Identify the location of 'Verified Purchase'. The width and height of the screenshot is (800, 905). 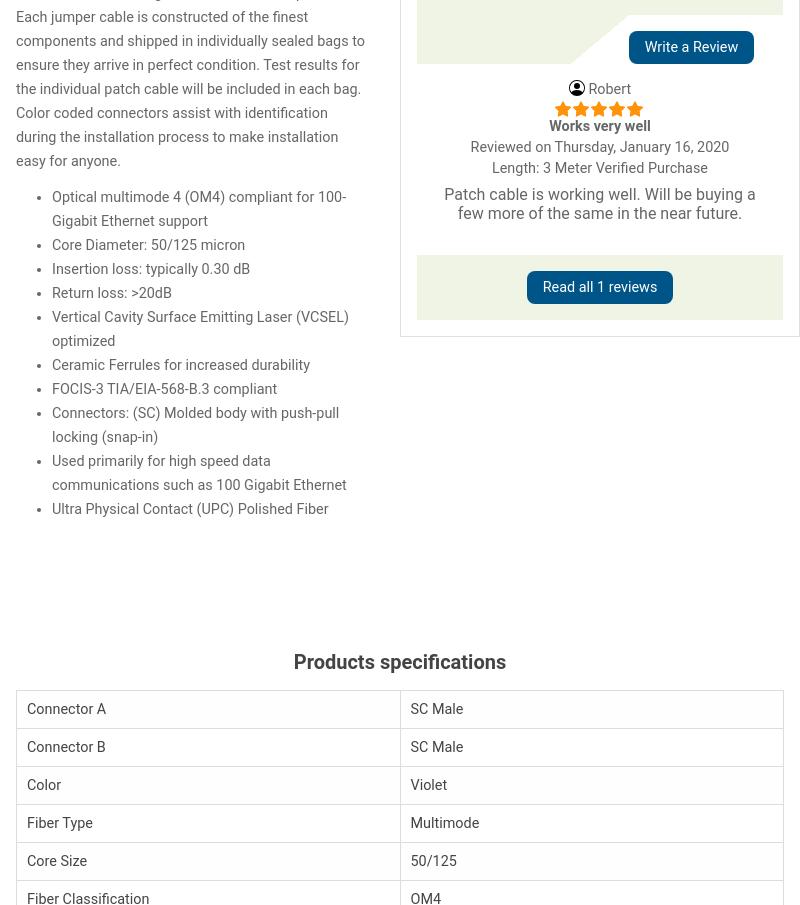
(650, 167).